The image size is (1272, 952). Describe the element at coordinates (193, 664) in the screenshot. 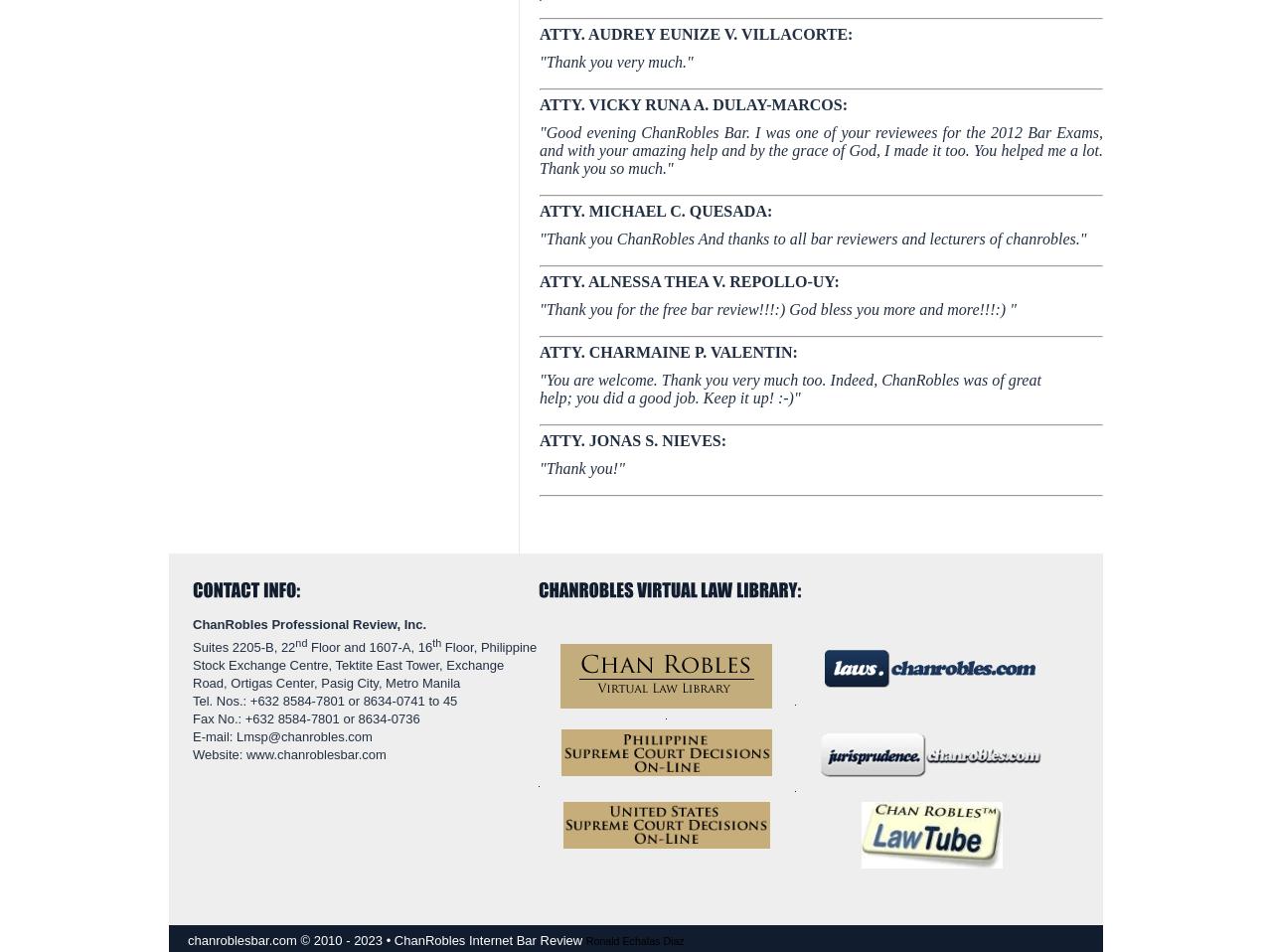

I see `'Floor, Philippine Stock Exchange Centre, Tektite East Tower, Exchange Road, Ortigas Center, Pasig City, Metro Manila'` at that location.